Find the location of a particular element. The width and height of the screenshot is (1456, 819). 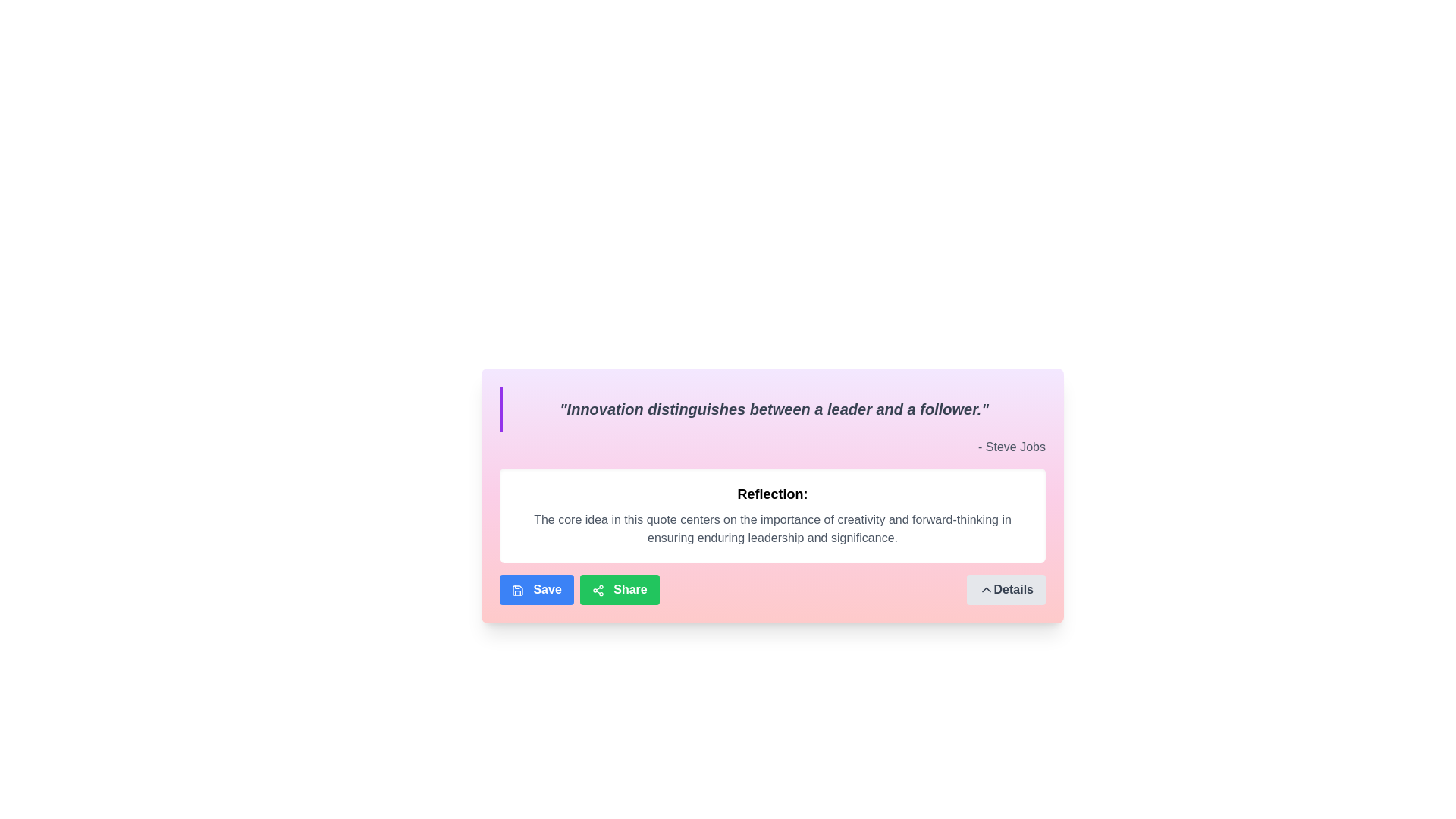

the save action icon located in the footer section of the card component, positioned at the bottom left corner and adjacent to the share icon is located at coordinates (517, 589).